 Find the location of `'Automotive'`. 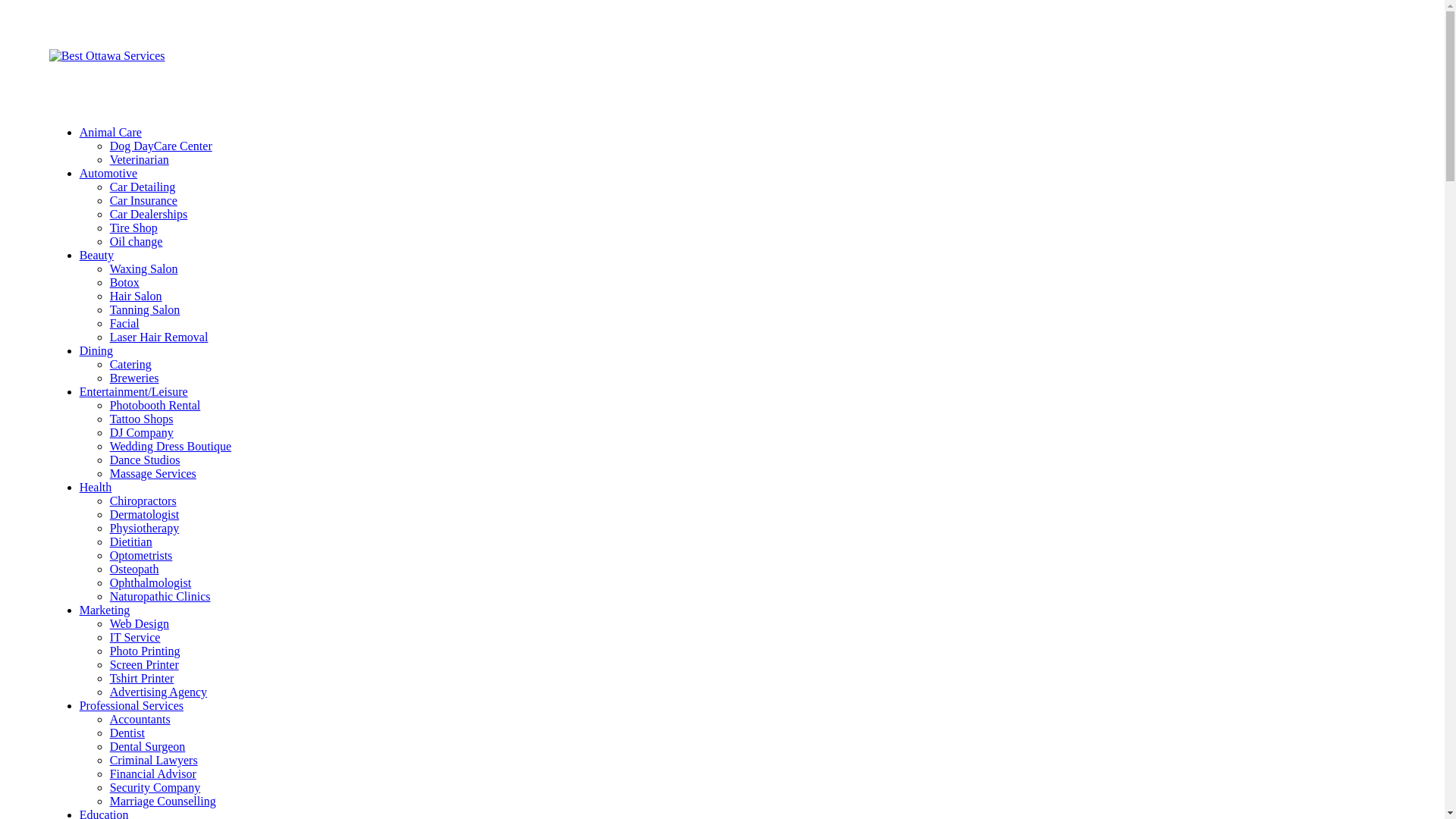

'Automotive' is located at coordinates (108, 172).